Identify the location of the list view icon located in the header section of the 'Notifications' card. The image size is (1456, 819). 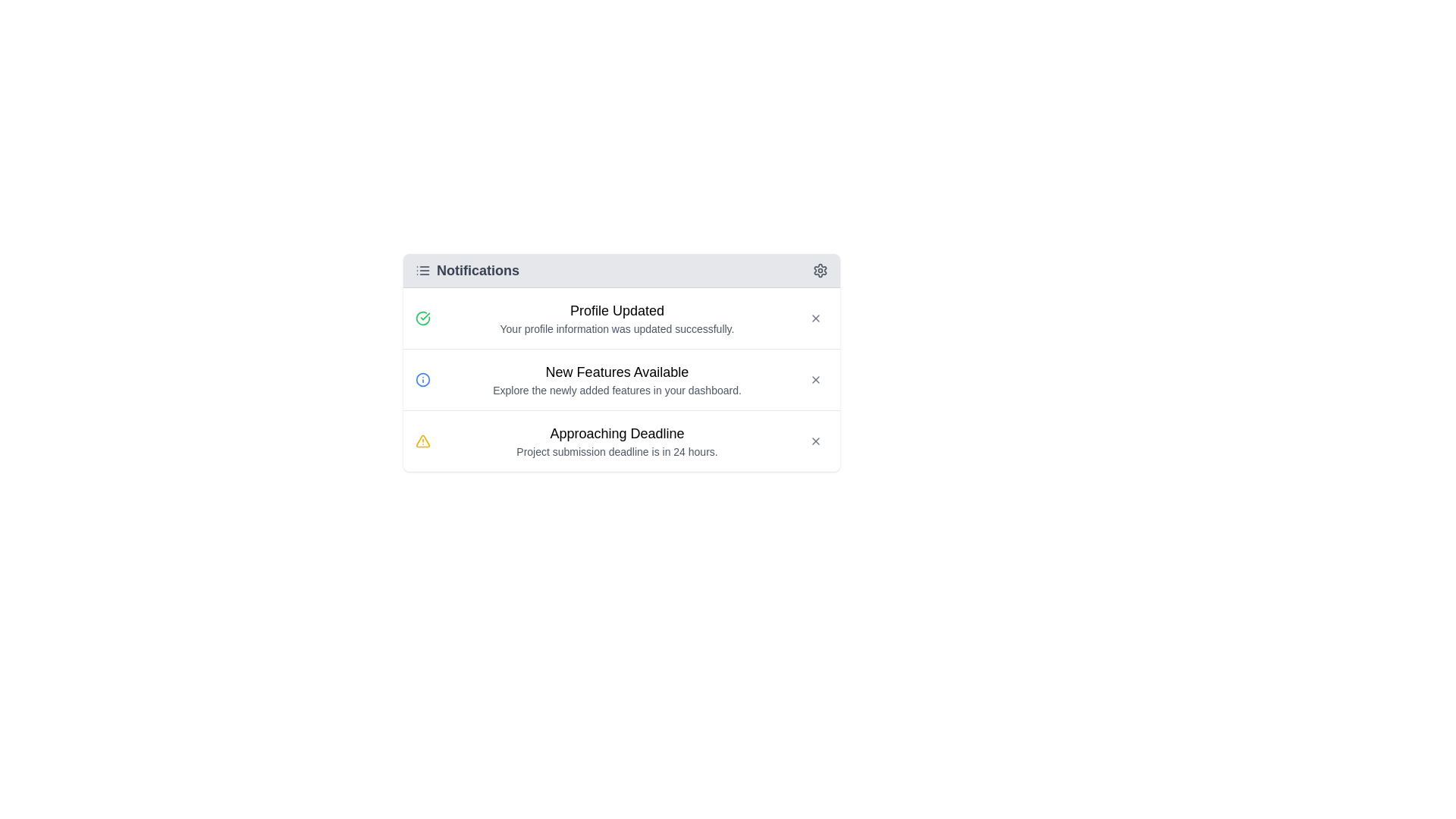
(422, 270).